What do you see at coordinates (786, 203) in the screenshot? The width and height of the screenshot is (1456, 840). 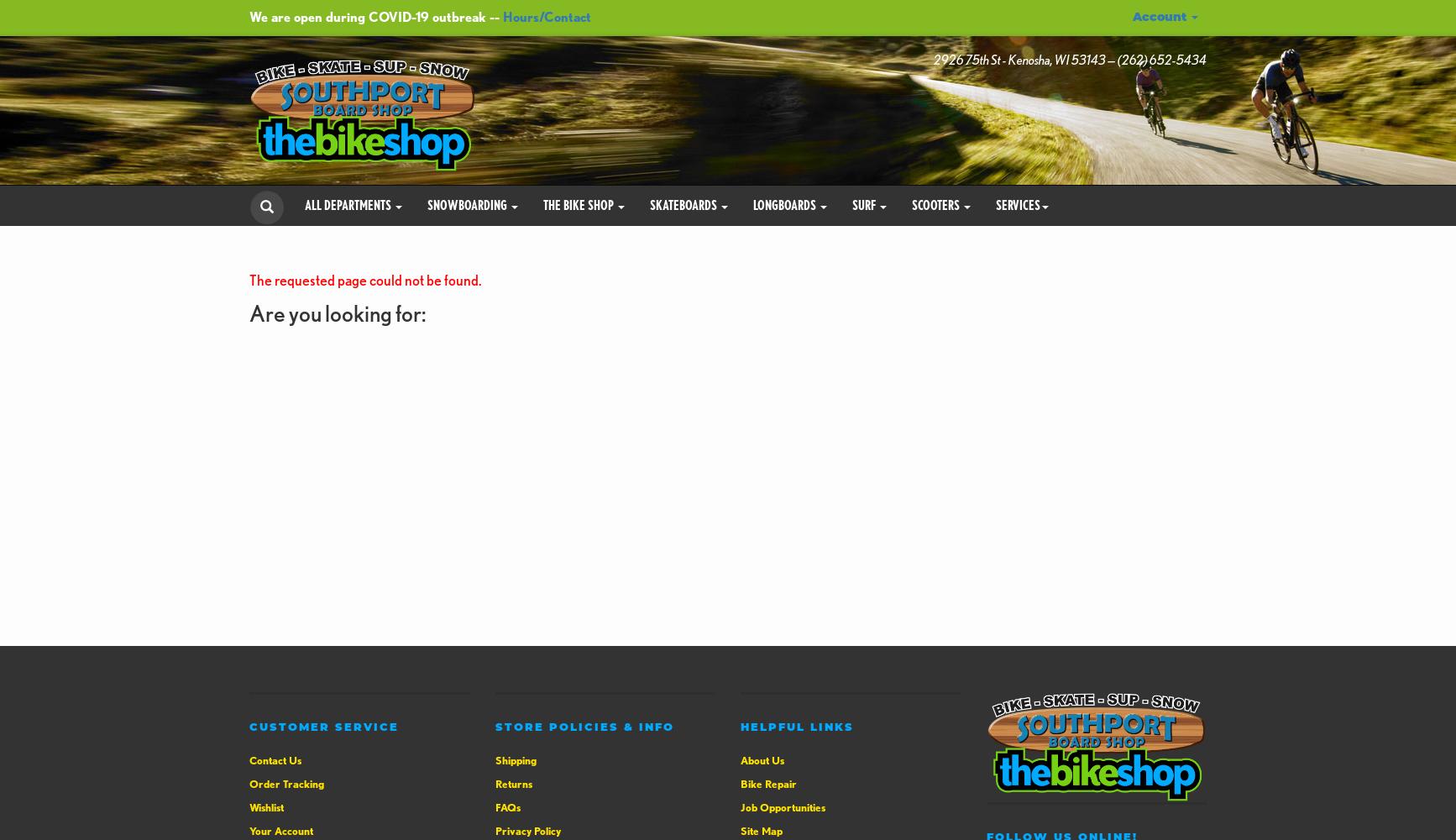 I see `'Longboards'` at bounding box center [786, 203].